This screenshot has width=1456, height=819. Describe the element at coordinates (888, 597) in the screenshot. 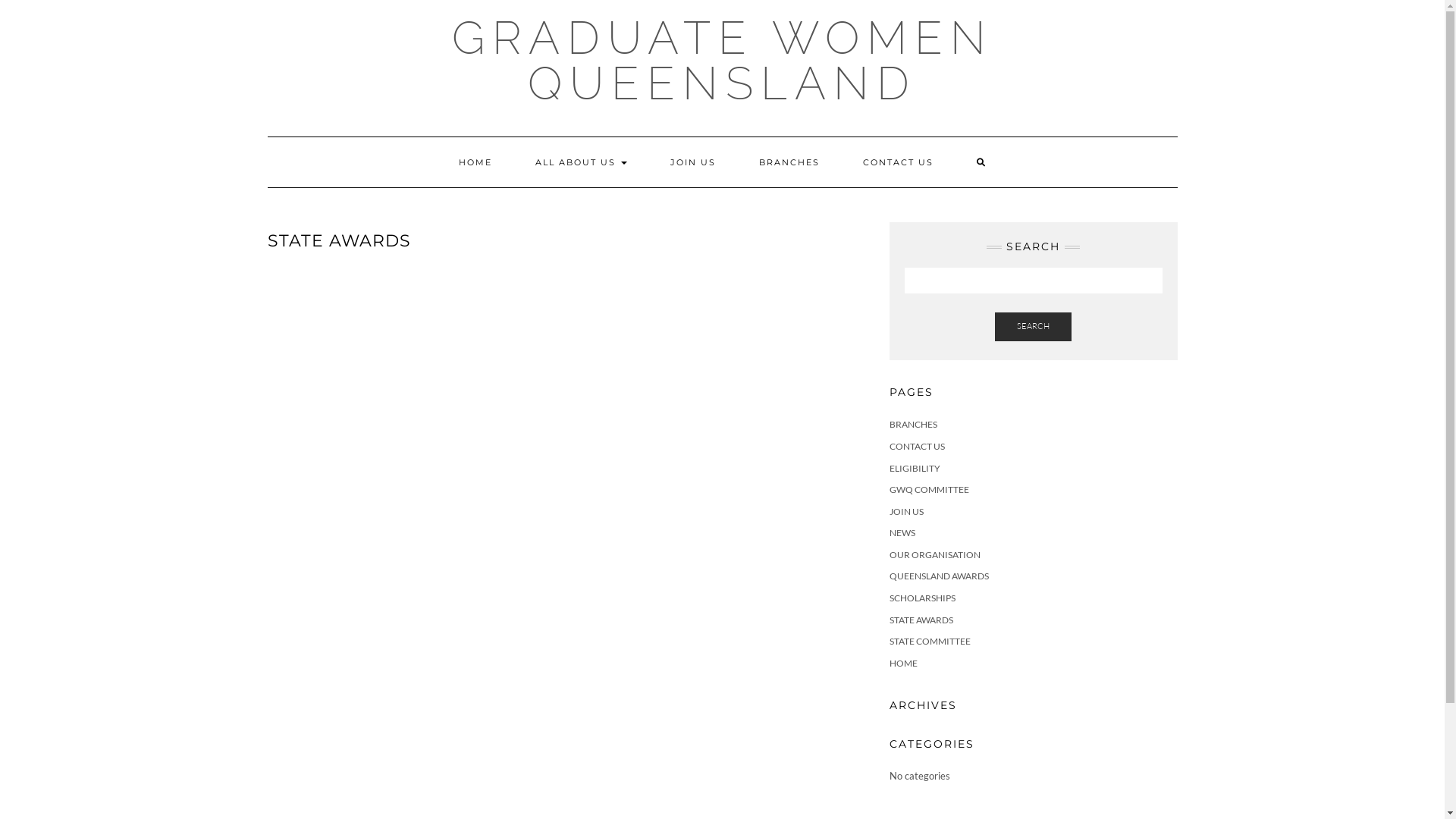

I see `'SCHOLARSHIPS'` at that location.